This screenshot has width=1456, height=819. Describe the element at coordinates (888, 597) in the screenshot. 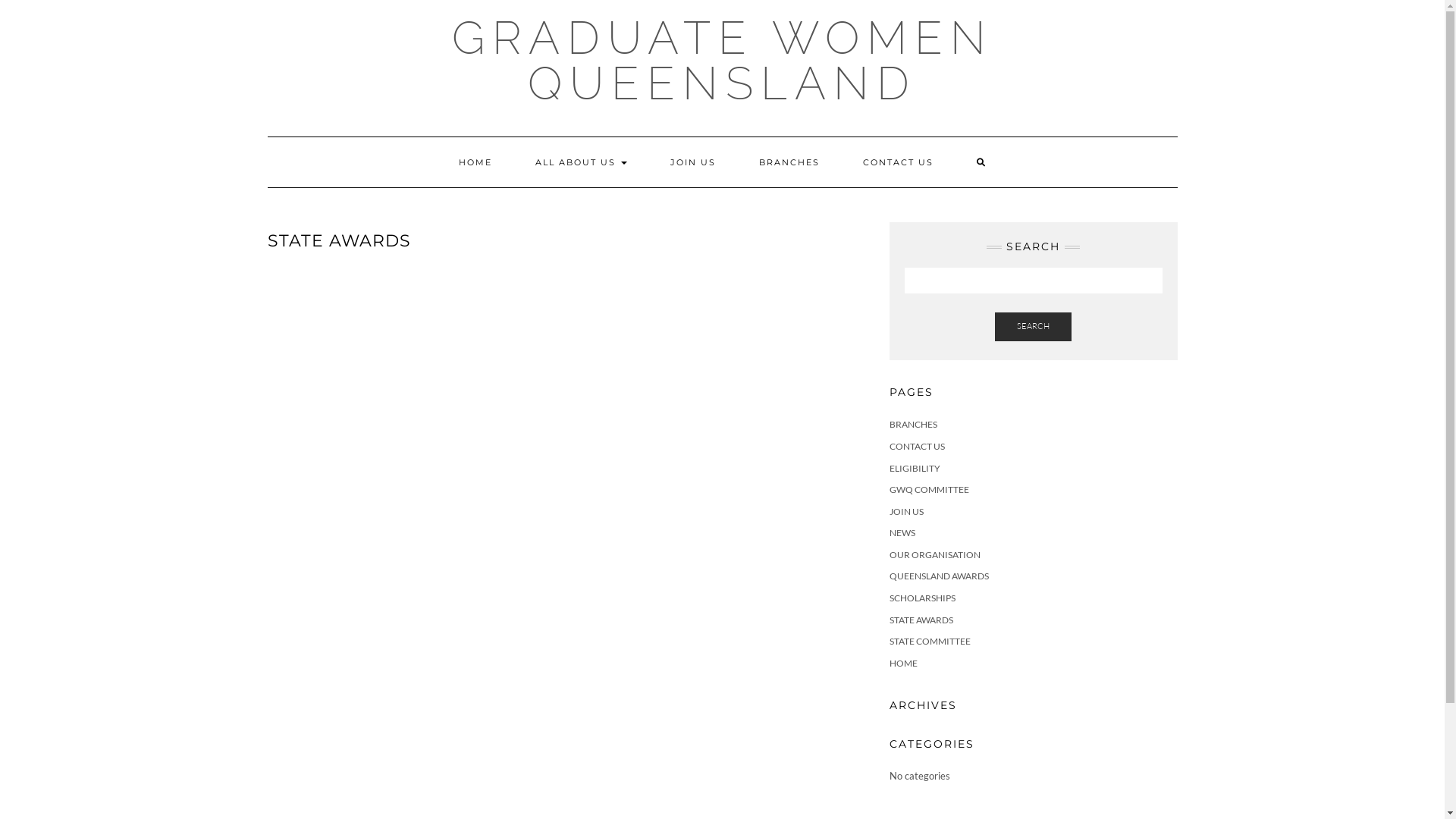

I see `'SCHOLARSHIPS'` at that location.